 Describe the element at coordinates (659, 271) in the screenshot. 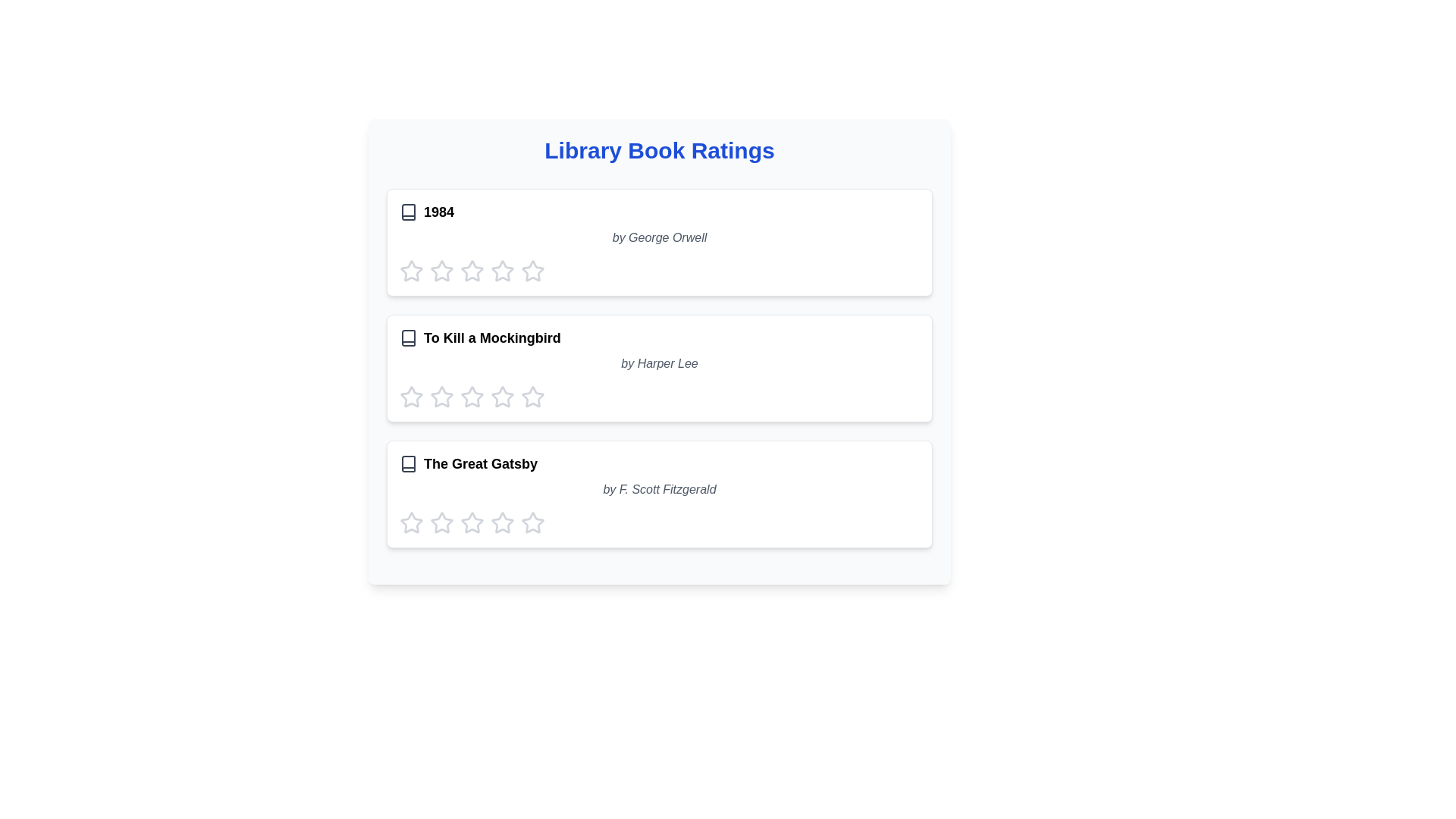

I see `the stars in the Rating component for the book '1984', which is located in the first card of the list` at that location.